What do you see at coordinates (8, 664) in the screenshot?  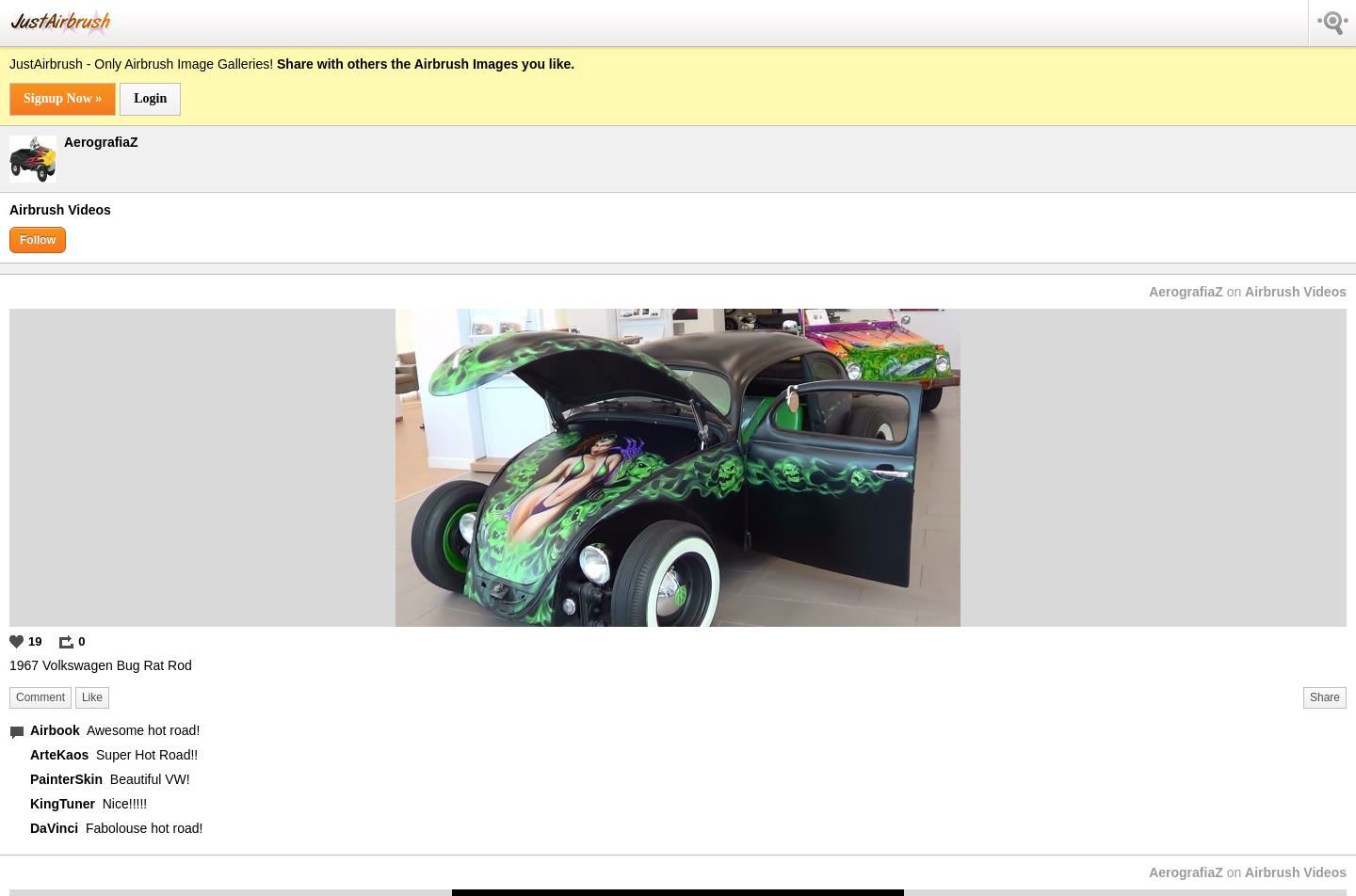 I see `'1967 Volkswagen Bug Rat Rod'` at bounding box center [8, 664].